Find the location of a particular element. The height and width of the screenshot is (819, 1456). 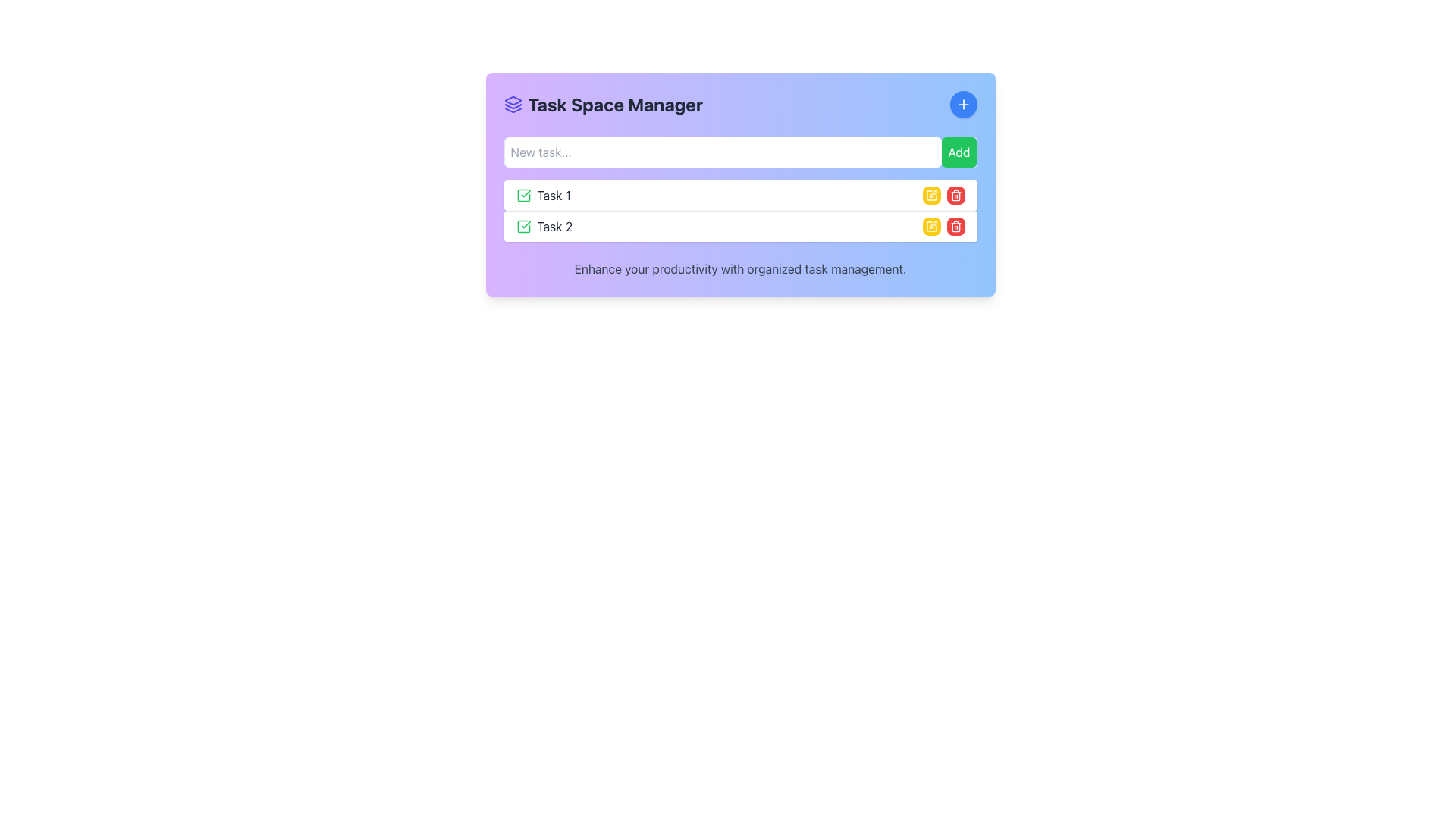

the 'Add Task' button located to the right of the 'New task...' input field is located at coordinates (958, 152).